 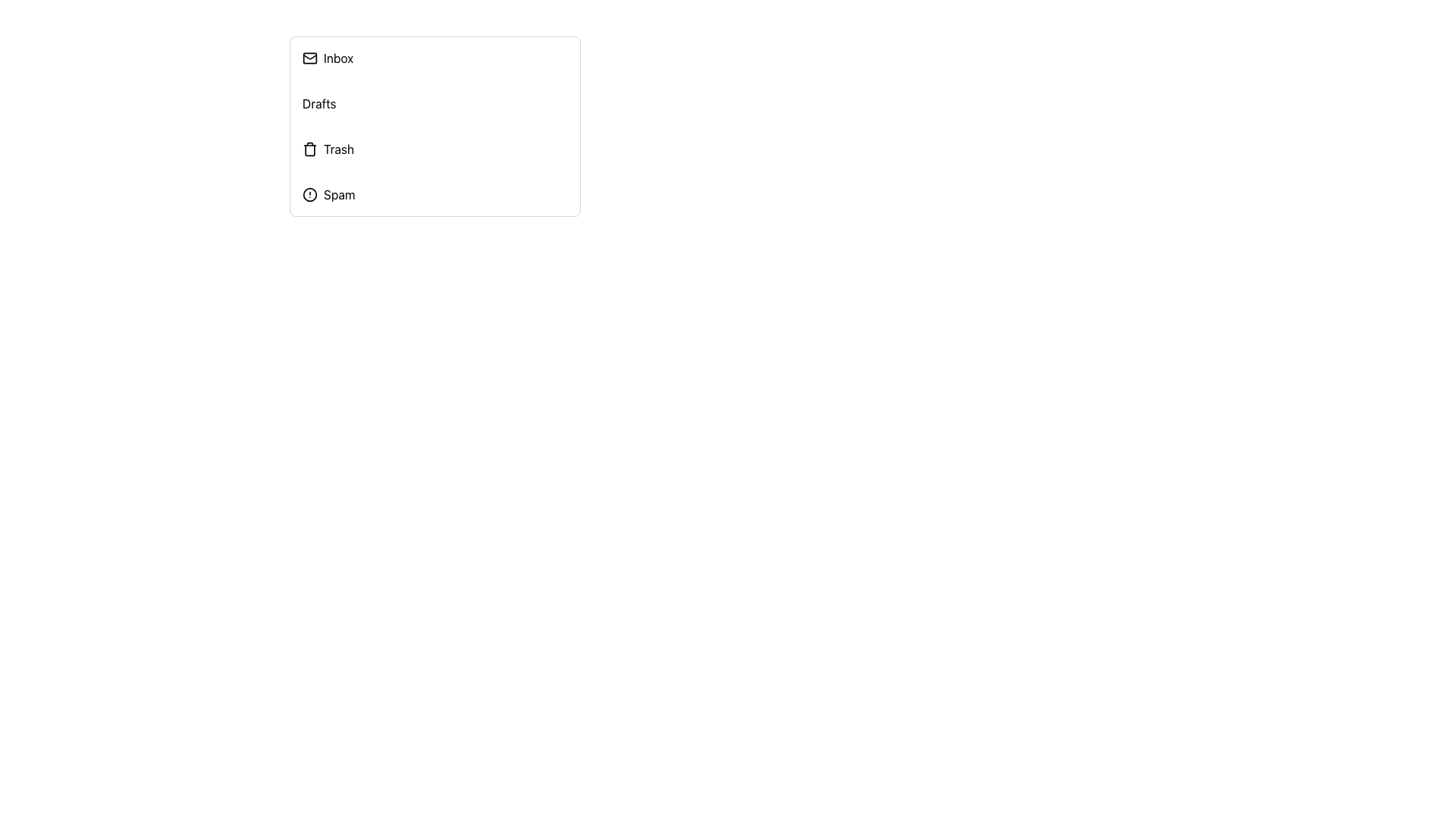 What do you see at coordinates (435, 58) in the screenshot?
I see `the 'Inbox' button at the top of the menu list` at bounding box center [435, 58].